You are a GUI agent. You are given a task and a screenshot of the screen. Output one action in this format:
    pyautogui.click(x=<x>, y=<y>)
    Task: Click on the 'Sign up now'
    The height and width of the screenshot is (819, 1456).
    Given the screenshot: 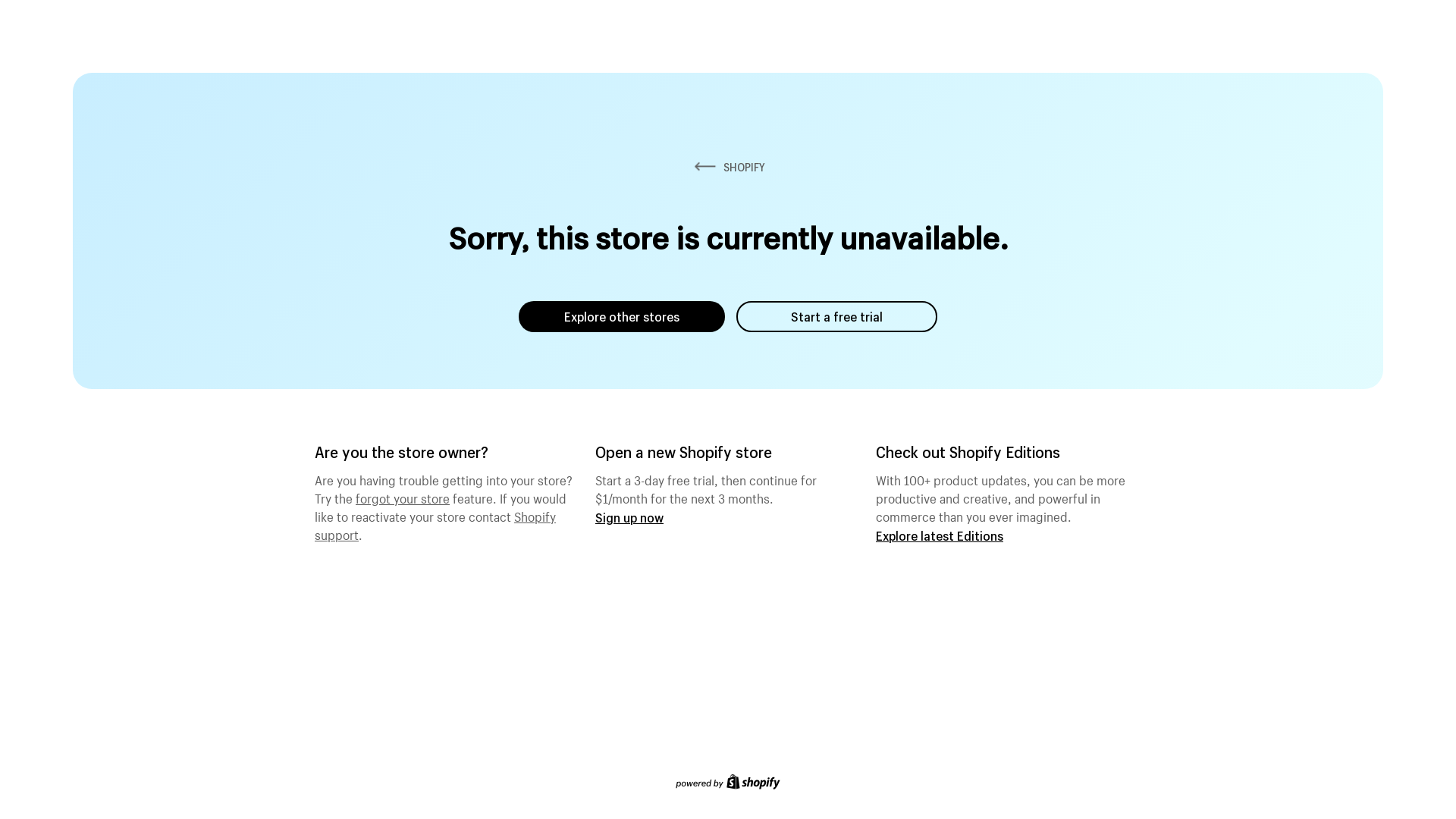 What is the action you would take?
    pyautogui.click(x=629, y=516)
    